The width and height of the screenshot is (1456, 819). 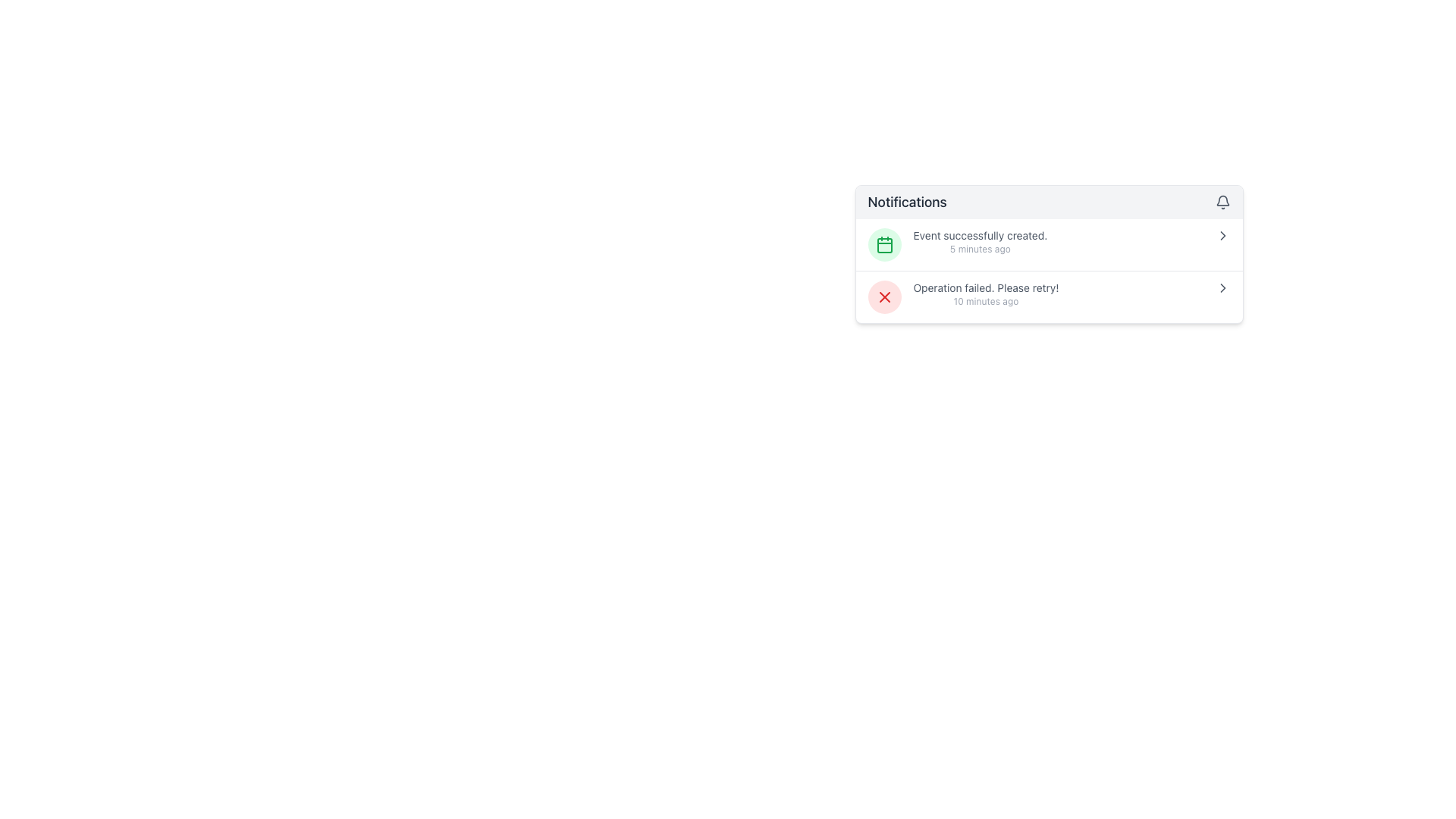 I want to click on the static text label that provides the timestamp for the notification, located directly below the message 'Operation failed. Please retry!' in the notification panel, so click(x=986, y=301).